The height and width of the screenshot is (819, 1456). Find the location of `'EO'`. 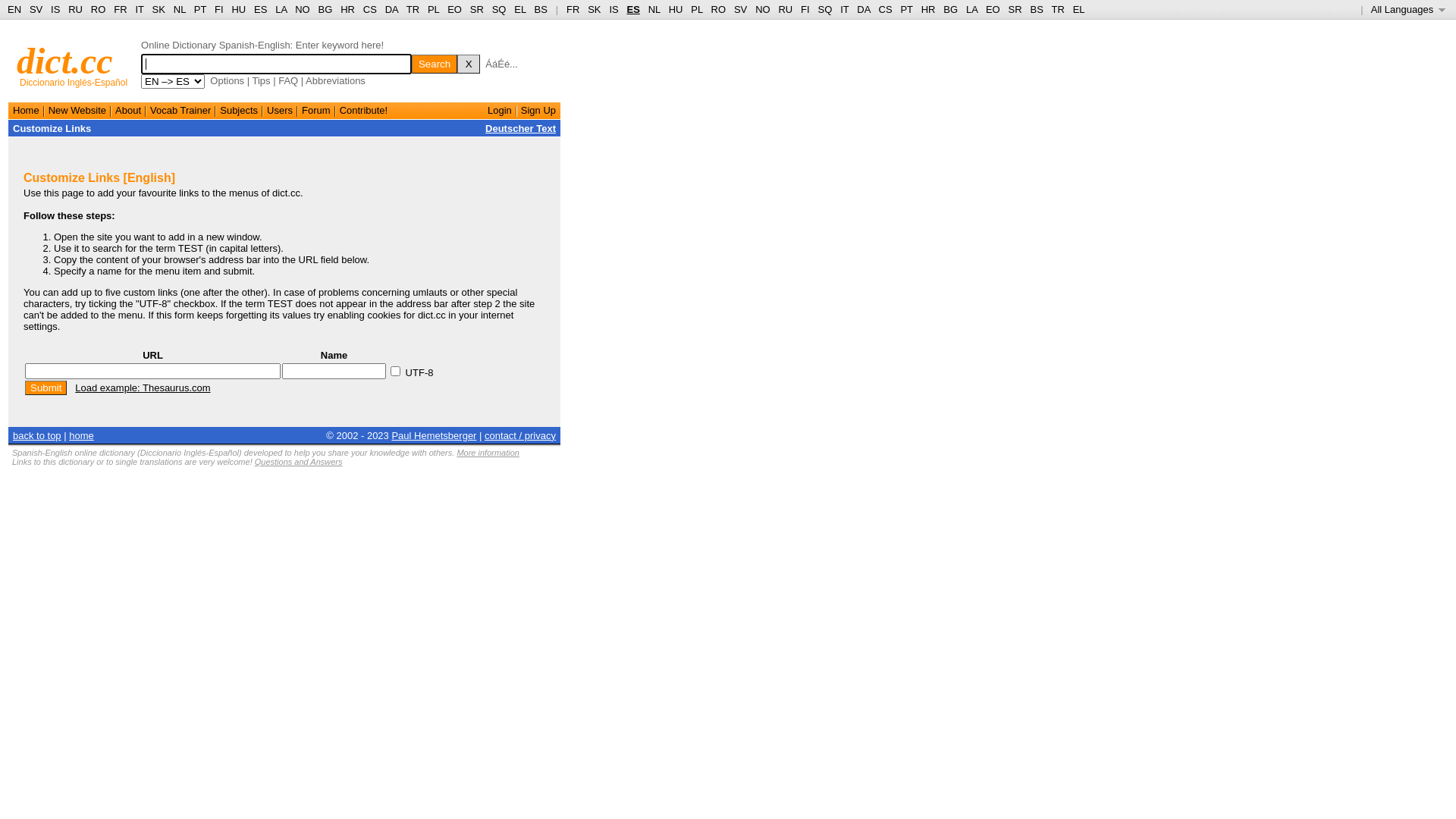

'EO' is located at coordinates (453, 9).